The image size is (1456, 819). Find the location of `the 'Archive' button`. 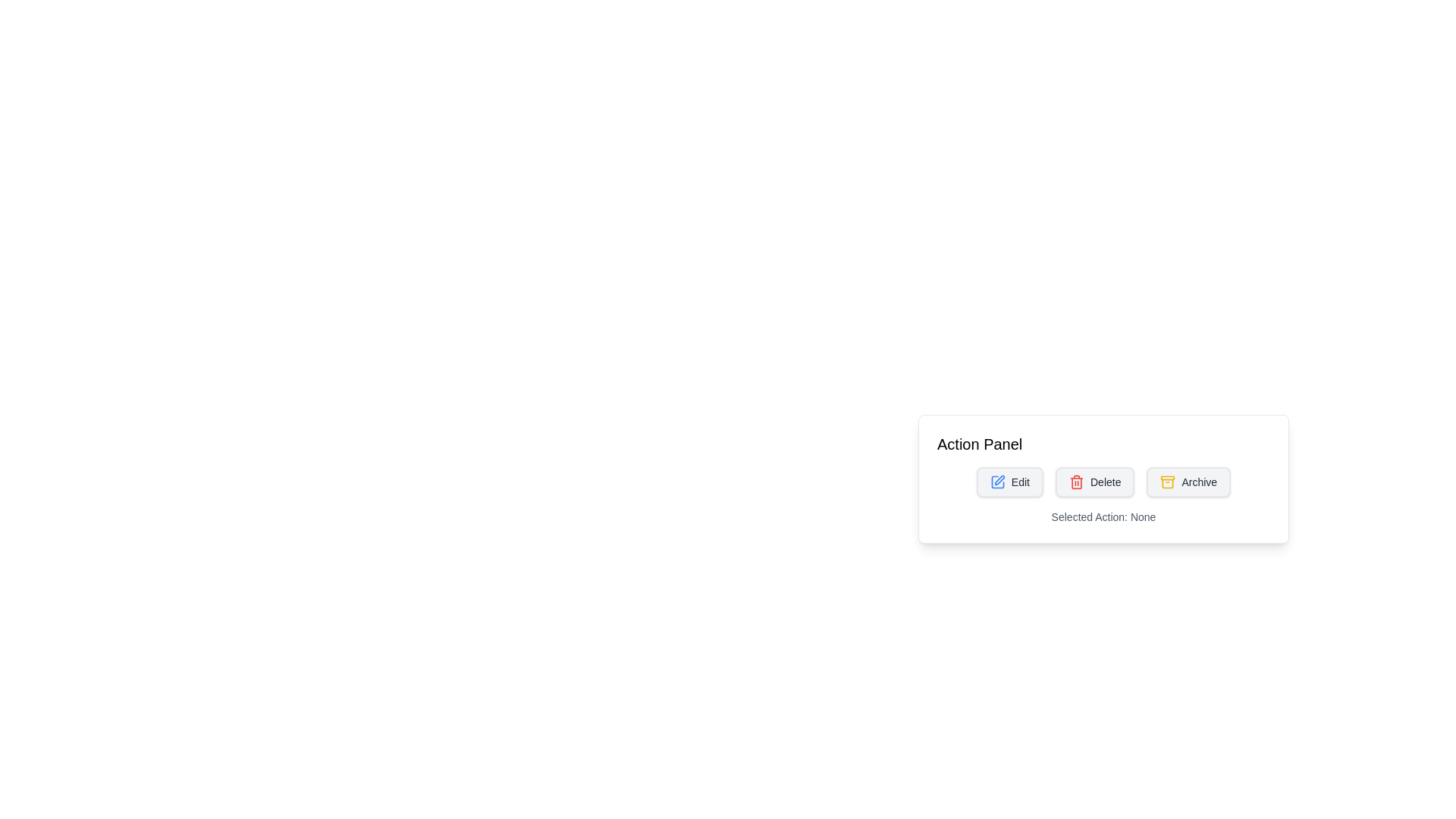

the 'Archive' button is located at coordinates (1188, 482).